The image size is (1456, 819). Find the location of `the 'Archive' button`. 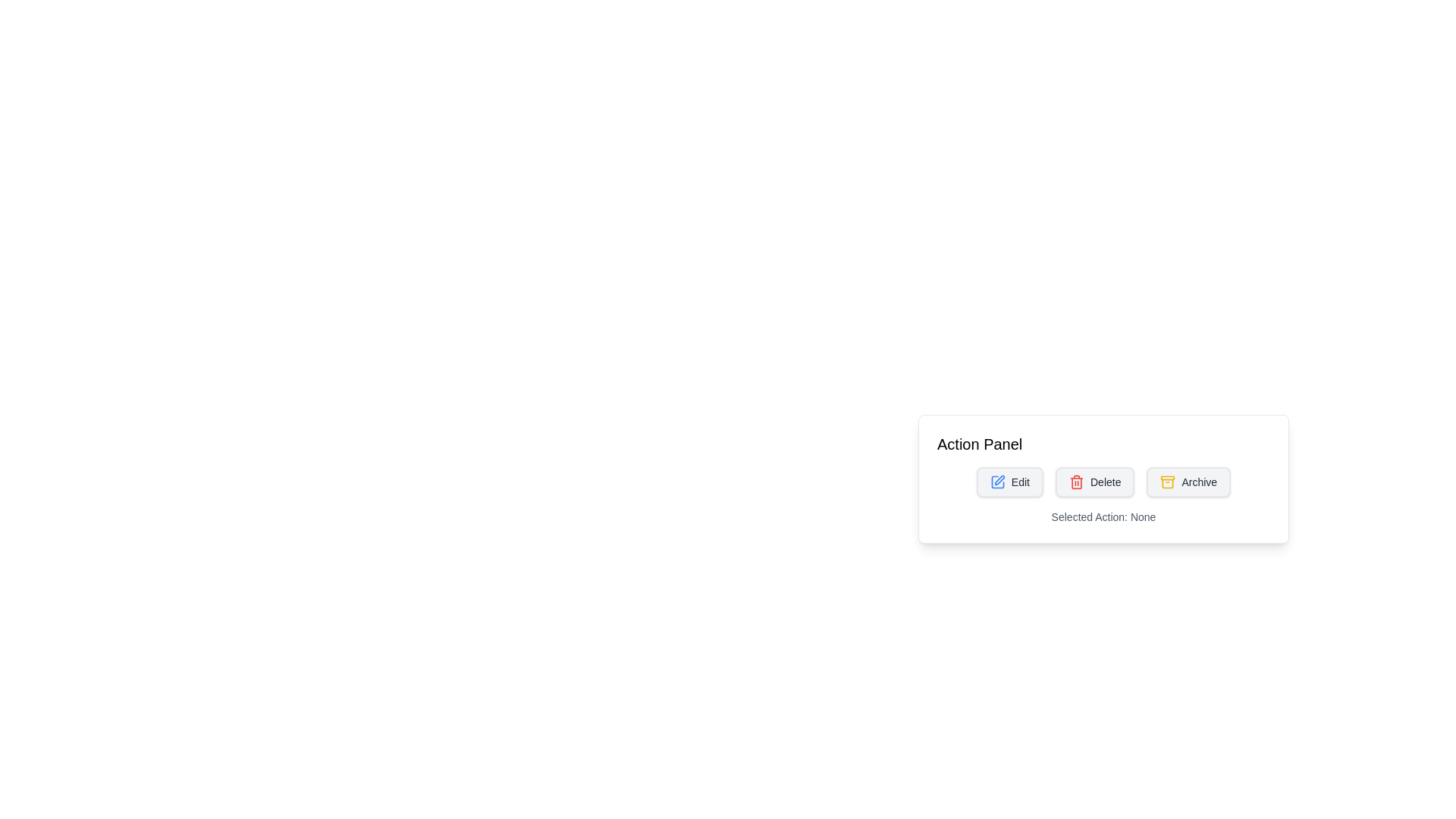

the 'Archive' button is located at coordinates (1188, 482).